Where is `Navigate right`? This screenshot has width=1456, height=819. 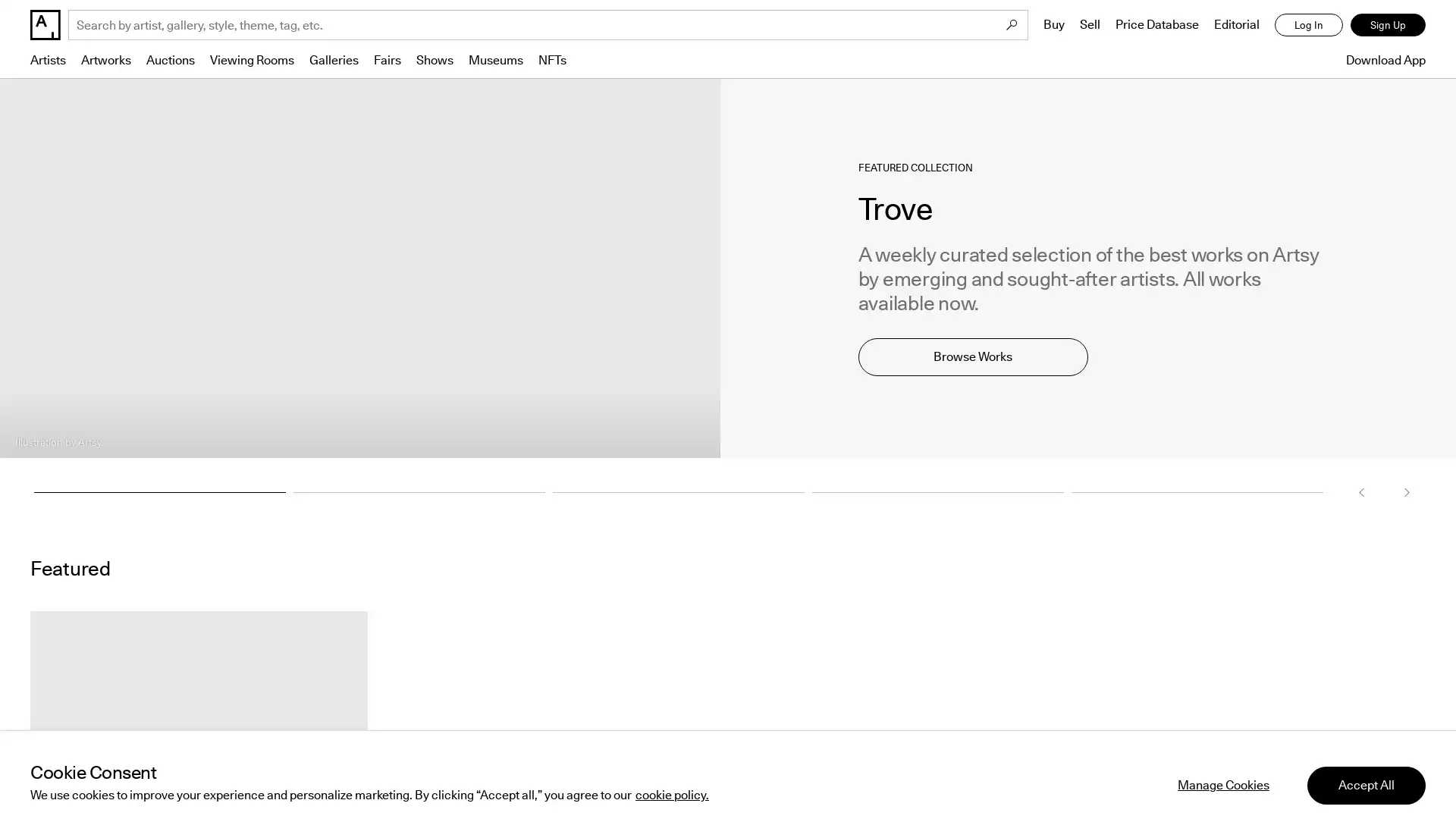
Navigate right is located at coordinates (1405, 491).